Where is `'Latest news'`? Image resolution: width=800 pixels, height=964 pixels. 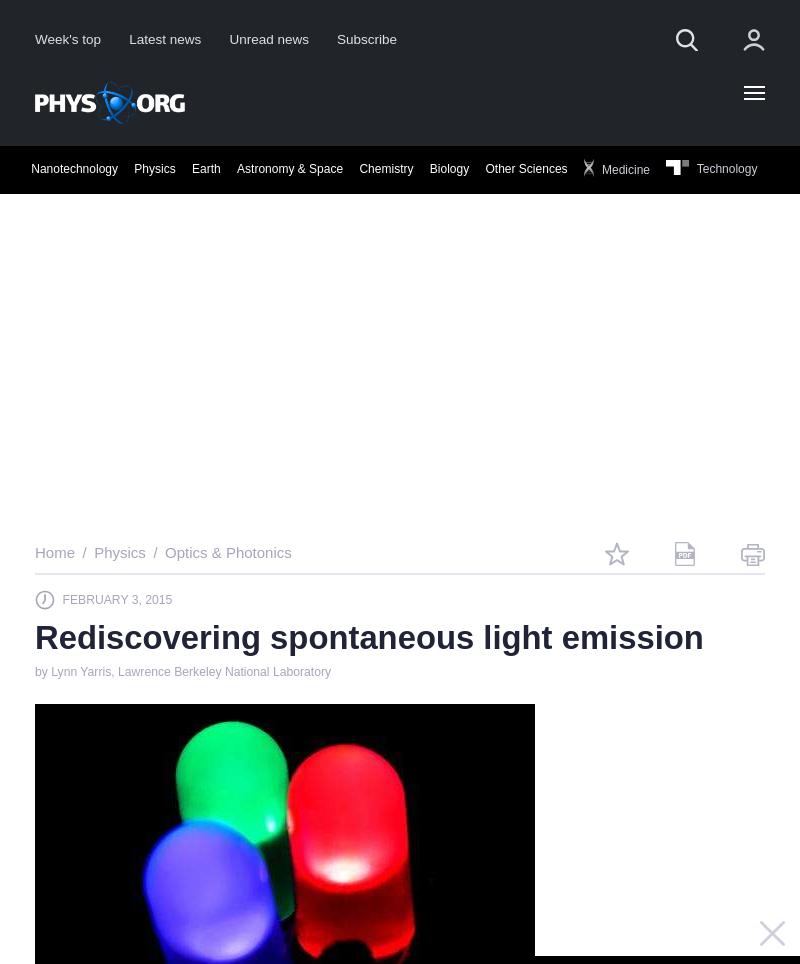 'Latest news' is located at coordinates (128, 37).